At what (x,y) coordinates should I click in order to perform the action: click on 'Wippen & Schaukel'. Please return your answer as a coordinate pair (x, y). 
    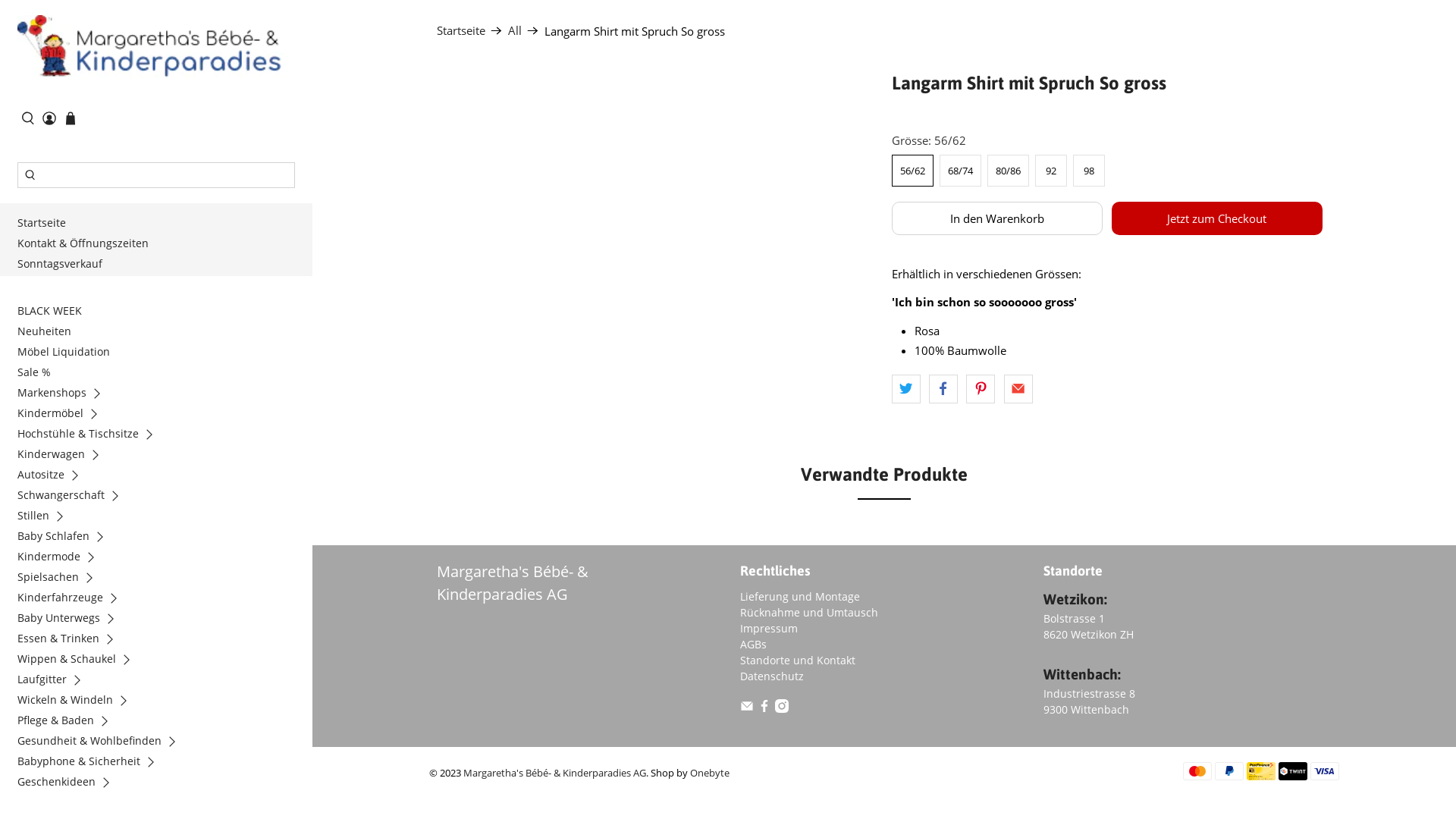
    Looking at the image, I should click on (78, 660).